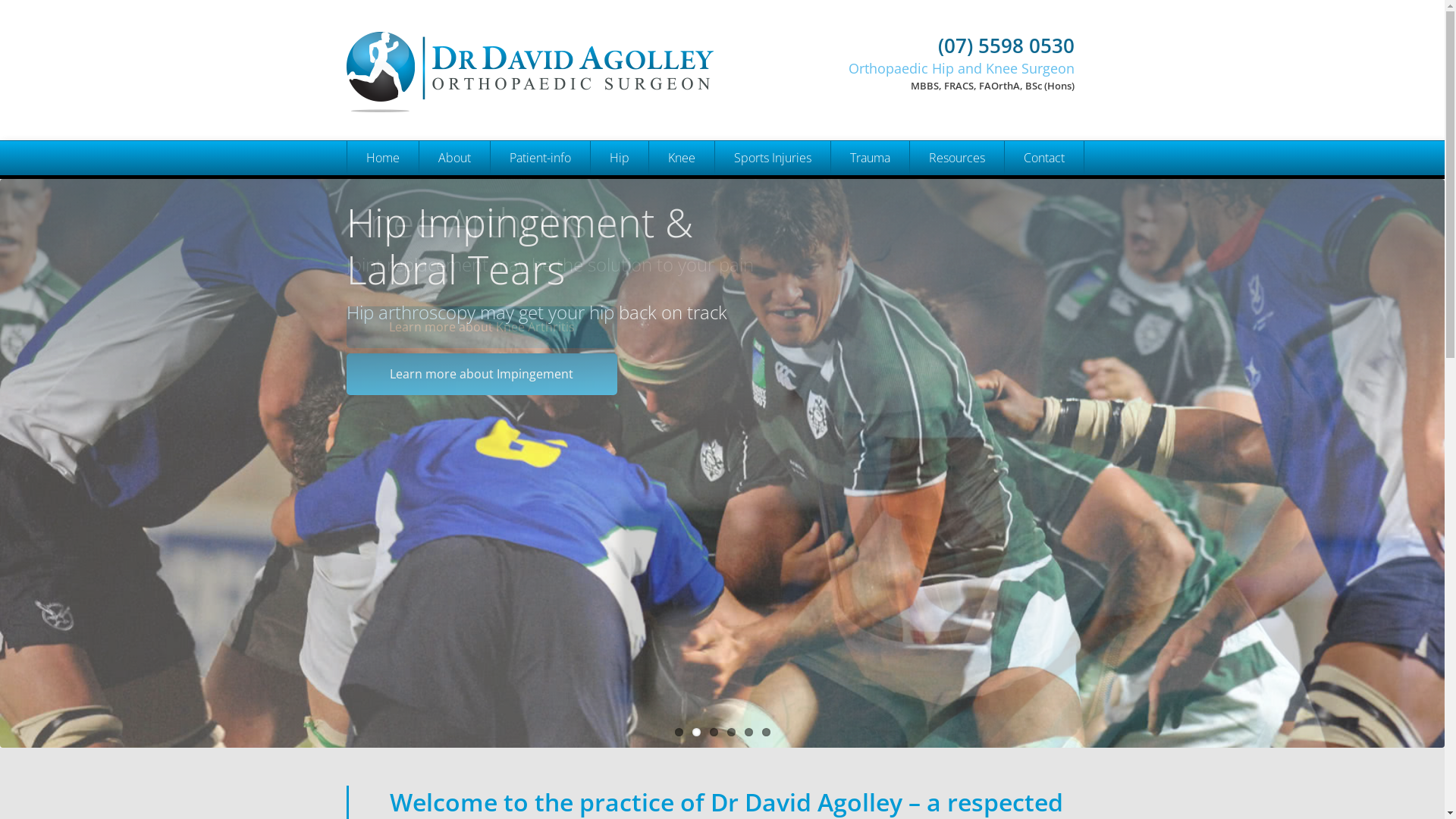  I want to click on 'Hip Periacetabular Osteotomy (PAO)', so click(588, 362).